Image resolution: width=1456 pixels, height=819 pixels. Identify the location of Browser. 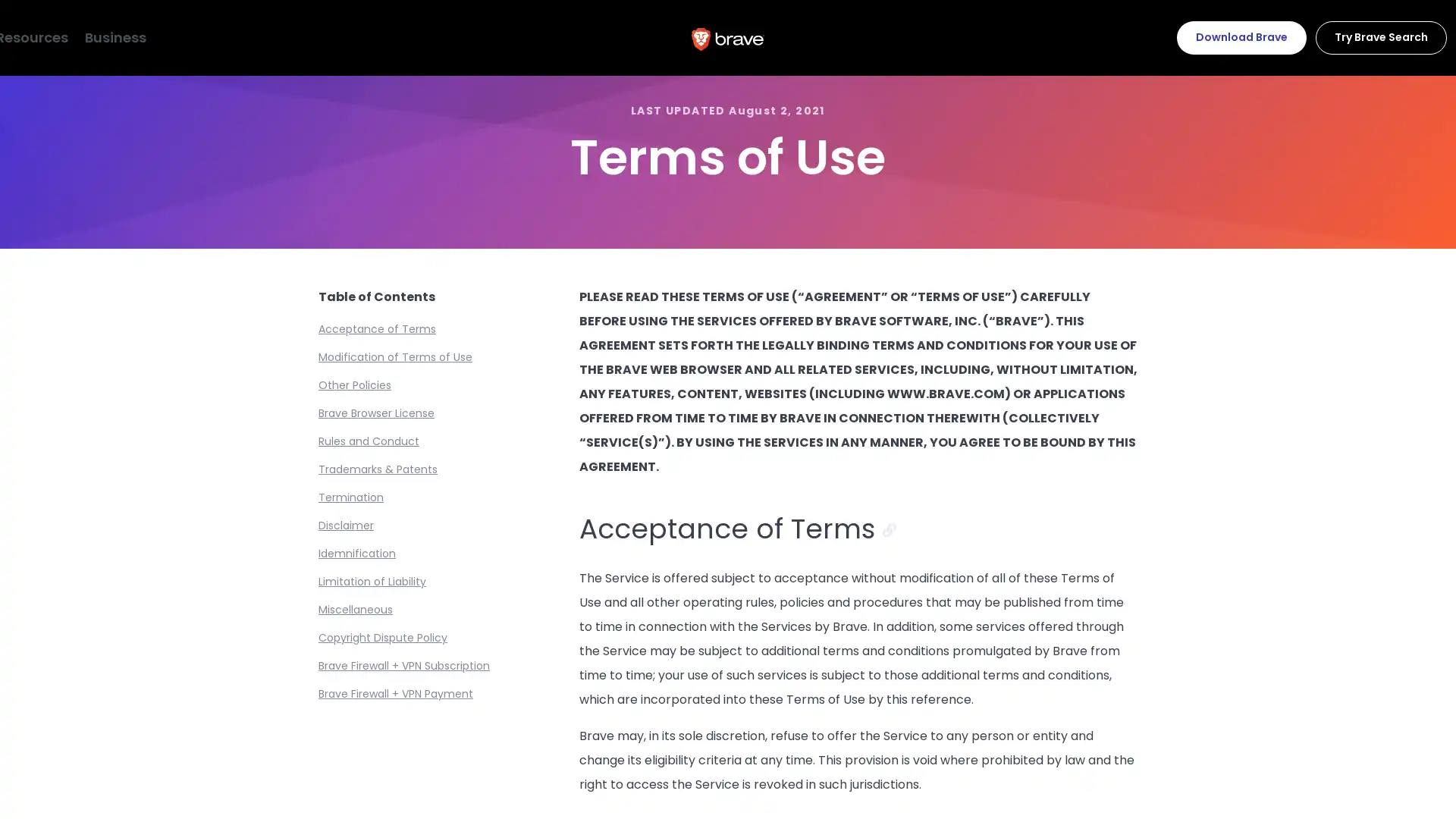
(45, 36).